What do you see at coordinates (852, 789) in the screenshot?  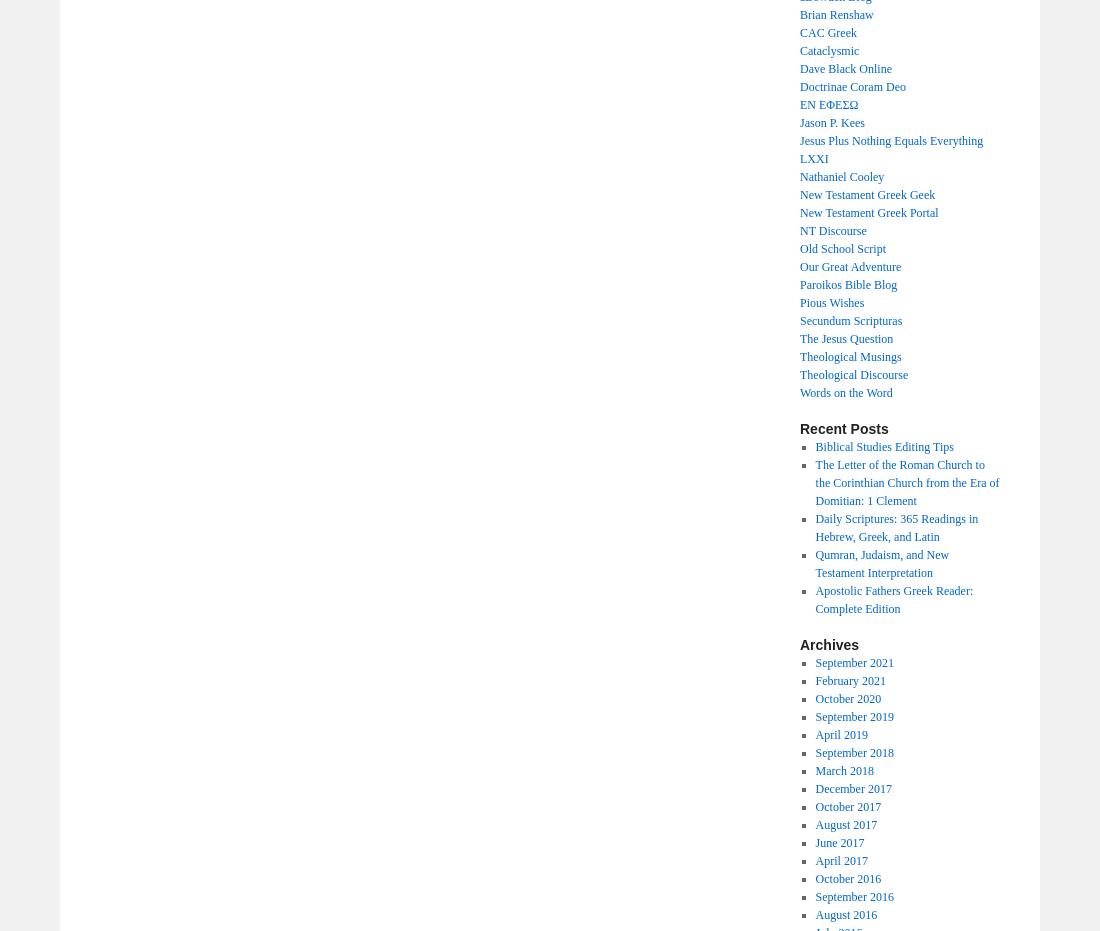 I see `'December 2017'` at bounding box center [852, 789].